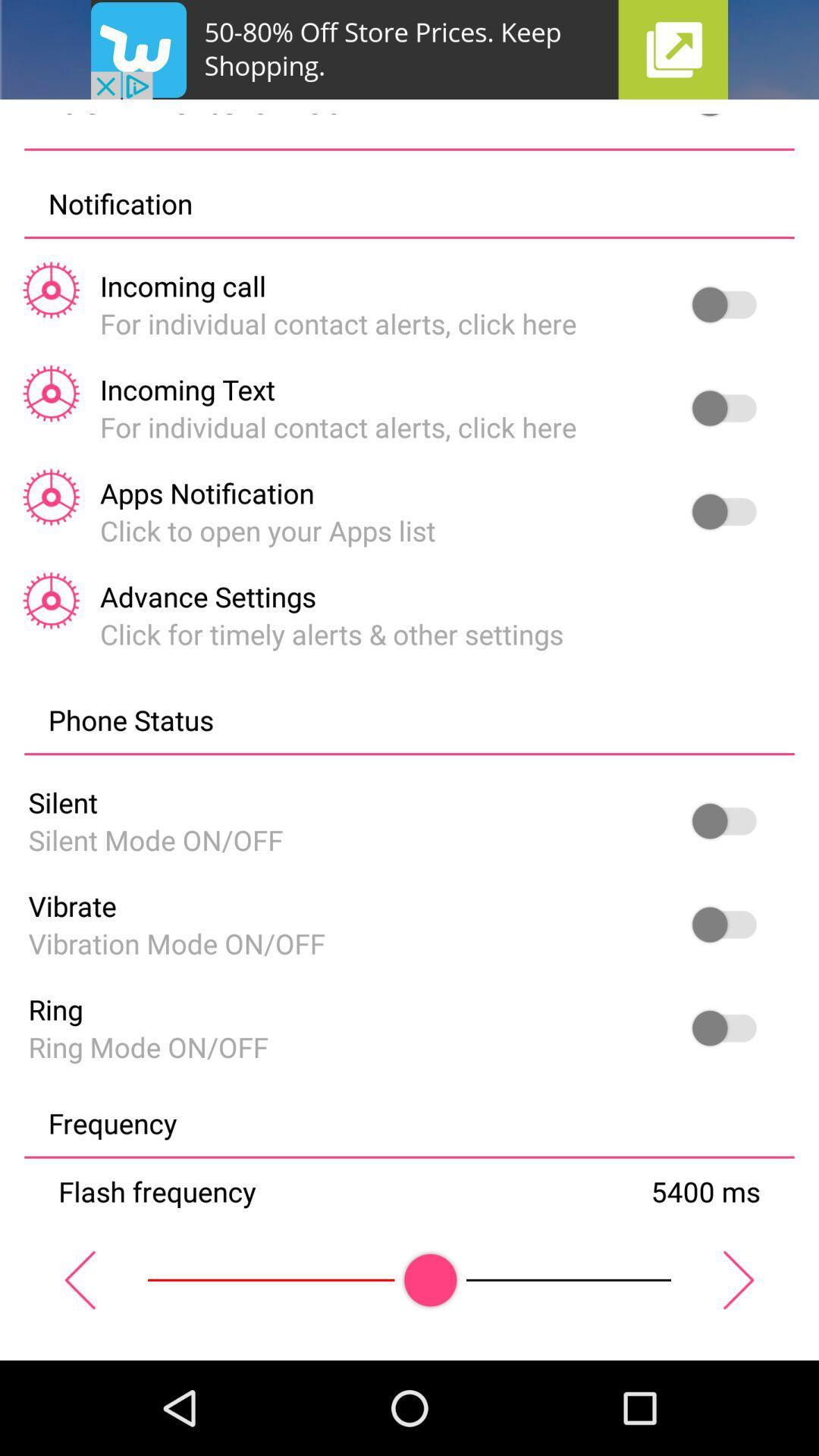 The image size is (819, 1456). Describe the element at coordinates (49, 392) in the screenshot. I see `the settings icon` at that location.